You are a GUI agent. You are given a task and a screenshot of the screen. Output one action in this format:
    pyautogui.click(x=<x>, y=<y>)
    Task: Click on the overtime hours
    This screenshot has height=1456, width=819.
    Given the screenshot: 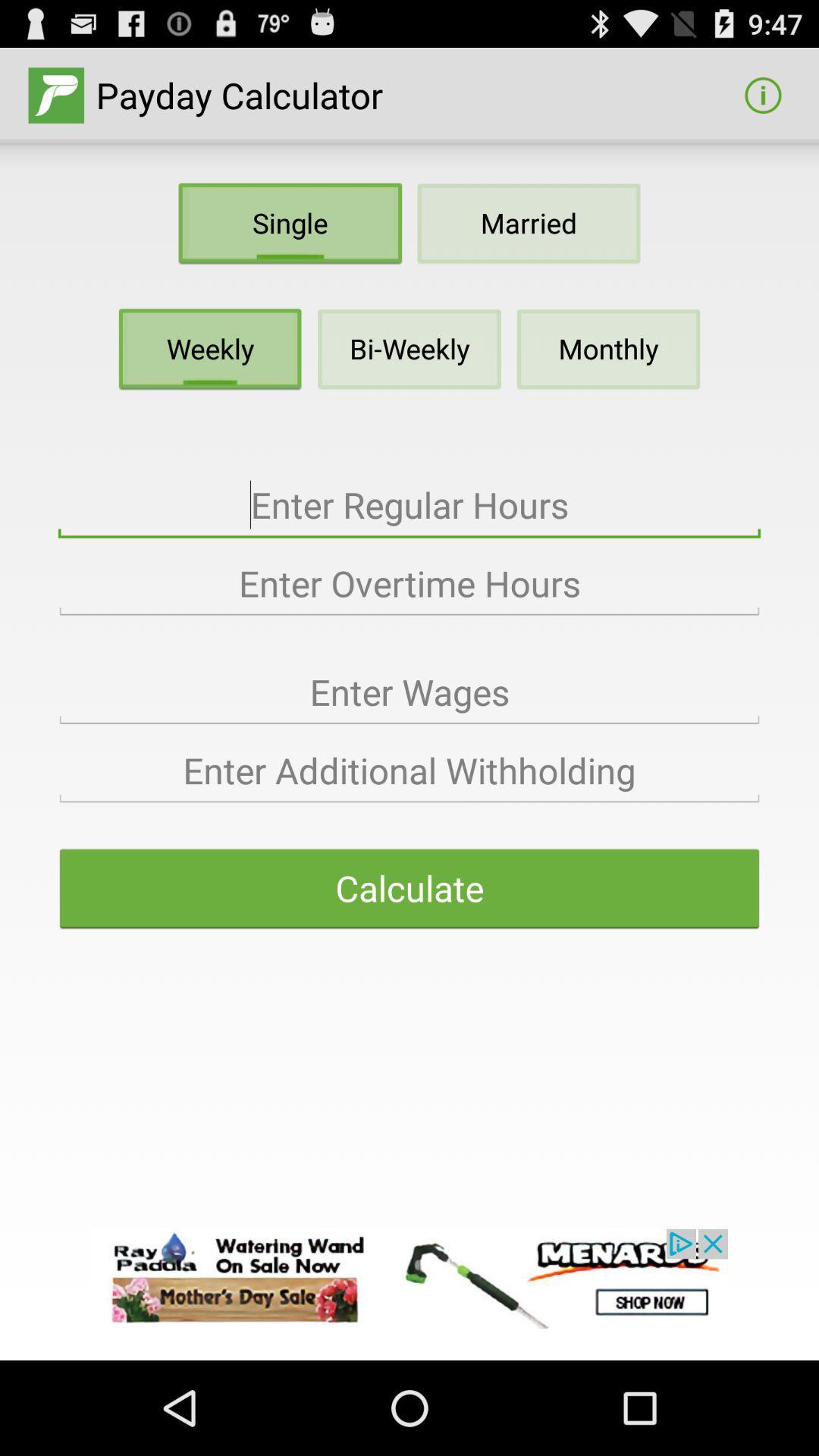 What is the action you would take?
    pyautogui.click(x=409, y=583)
    